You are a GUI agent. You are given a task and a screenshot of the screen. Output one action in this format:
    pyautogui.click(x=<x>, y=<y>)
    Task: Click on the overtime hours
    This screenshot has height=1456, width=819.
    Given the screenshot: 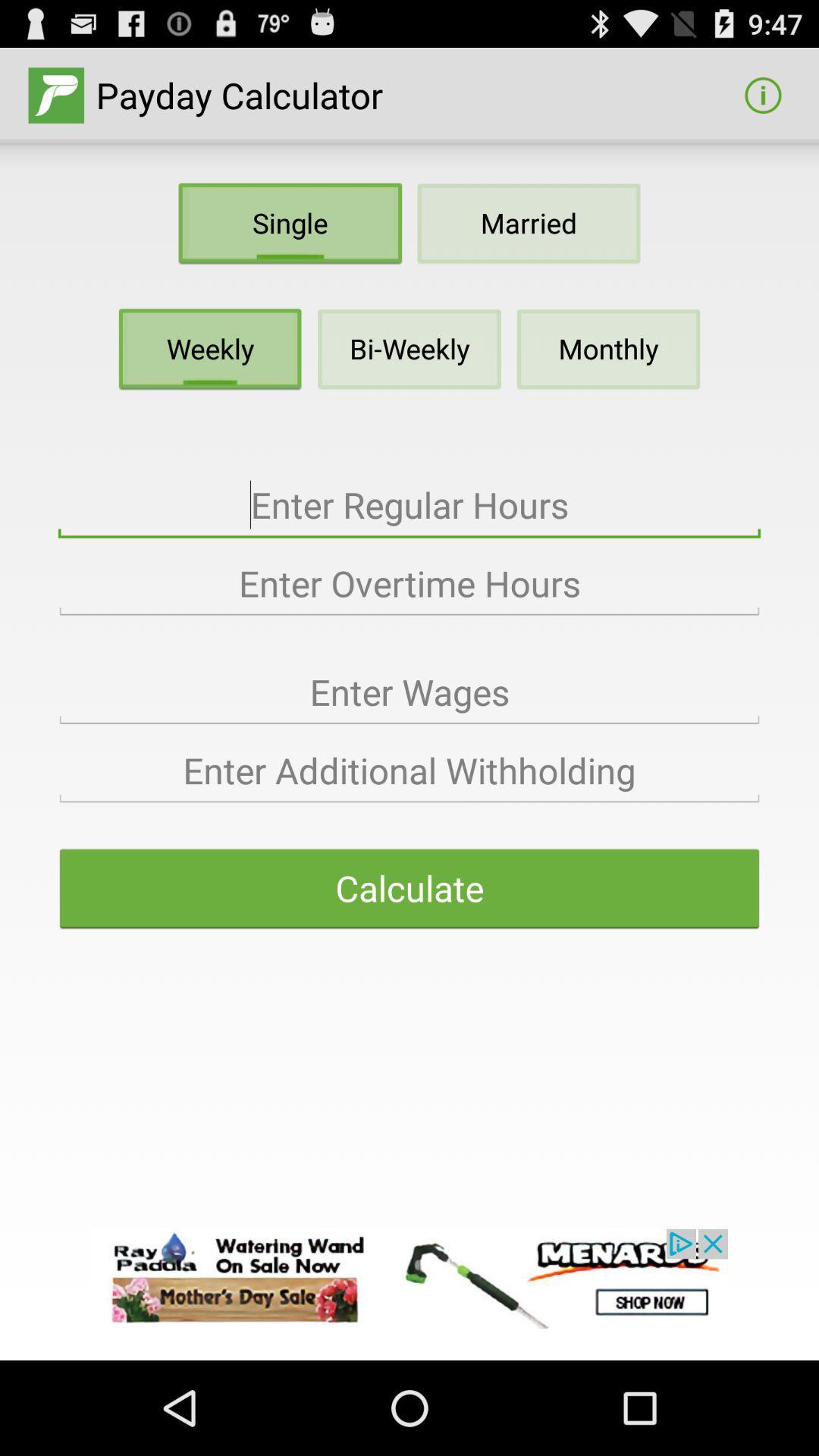 What is the action you would take?
    pyautogui.click(x=409, y=583)
    